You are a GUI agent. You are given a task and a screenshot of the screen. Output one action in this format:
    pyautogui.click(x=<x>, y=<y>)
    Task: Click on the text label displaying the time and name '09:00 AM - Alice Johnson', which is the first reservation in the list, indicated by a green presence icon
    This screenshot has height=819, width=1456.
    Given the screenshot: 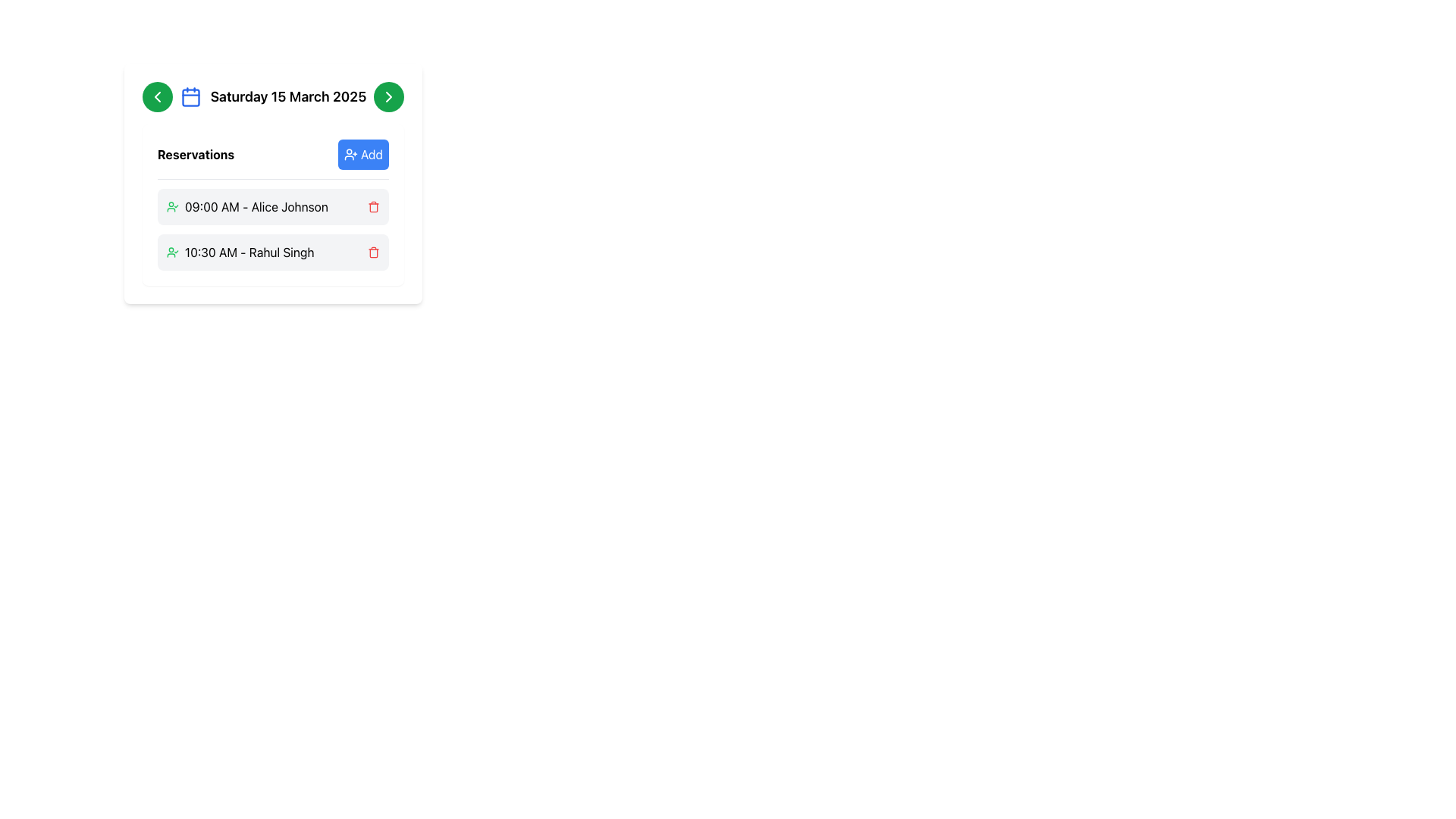 What is the action you would take?
    pyautogui.click(x=247, y=207)
    